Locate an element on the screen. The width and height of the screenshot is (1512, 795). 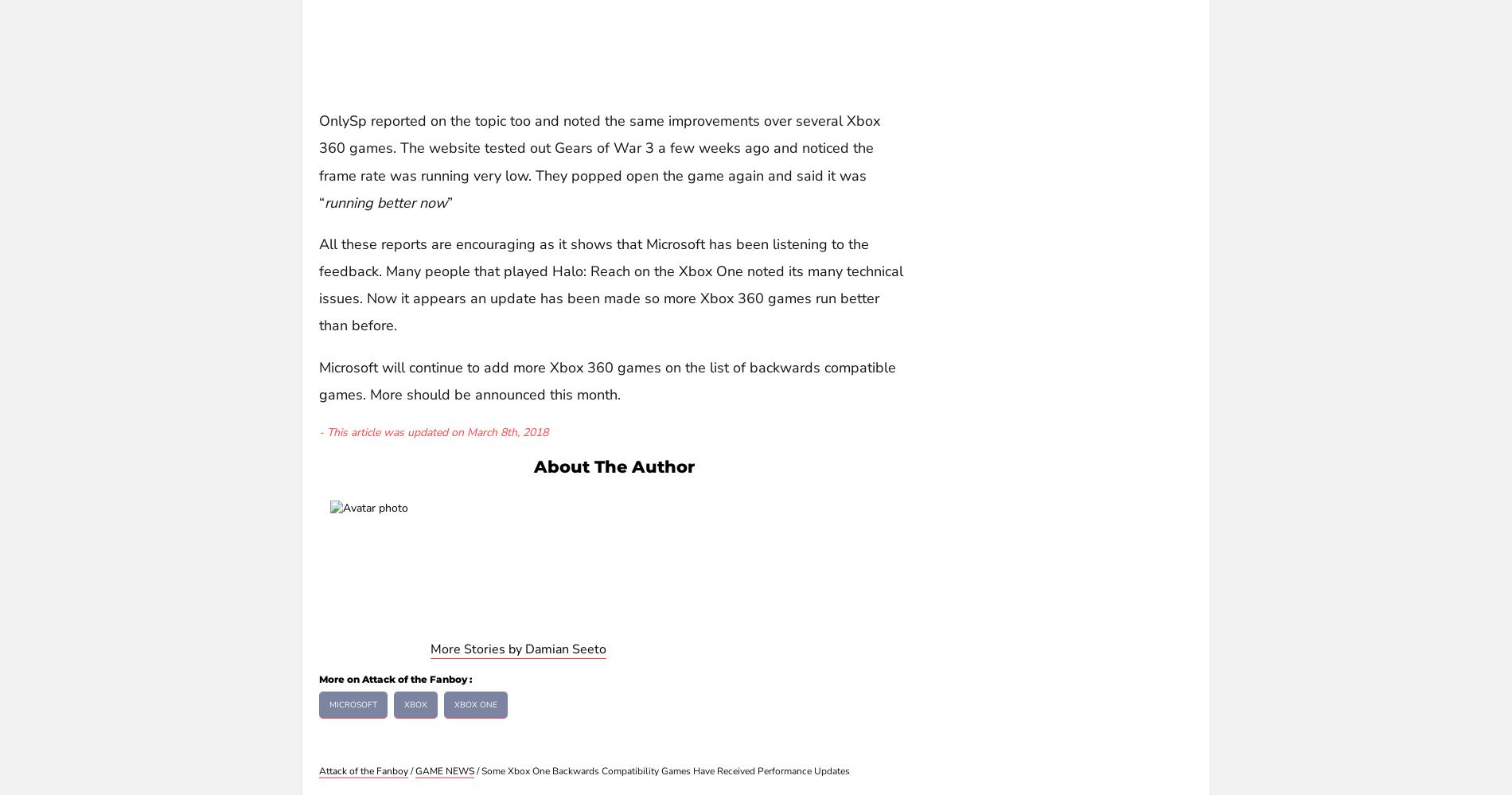
'Attack of the Fanboy' is located at coordinates (362, 770).